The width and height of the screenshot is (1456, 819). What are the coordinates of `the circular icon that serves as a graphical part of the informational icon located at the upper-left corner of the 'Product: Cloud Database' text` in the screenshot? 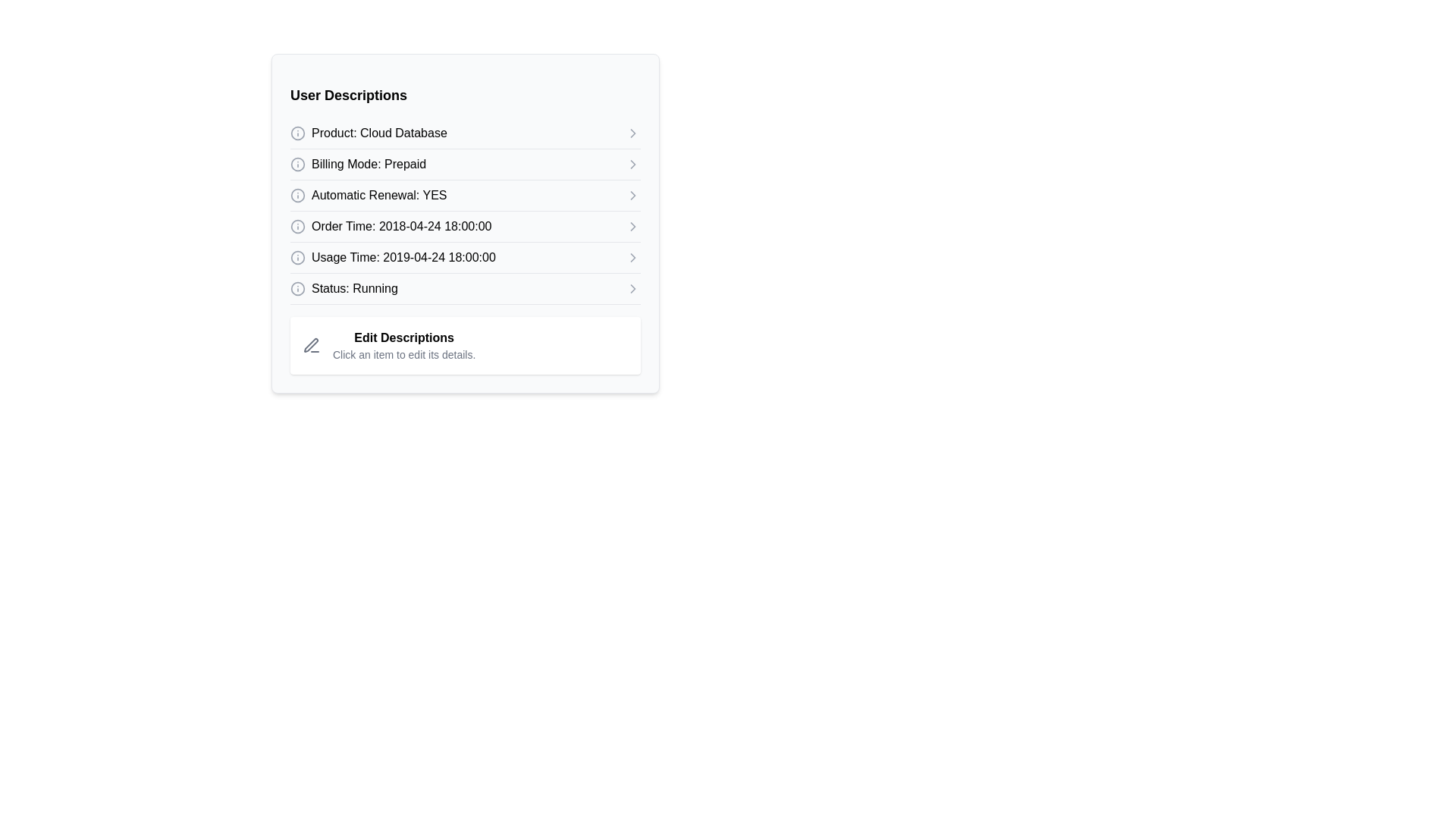 It's located at (298, 133).